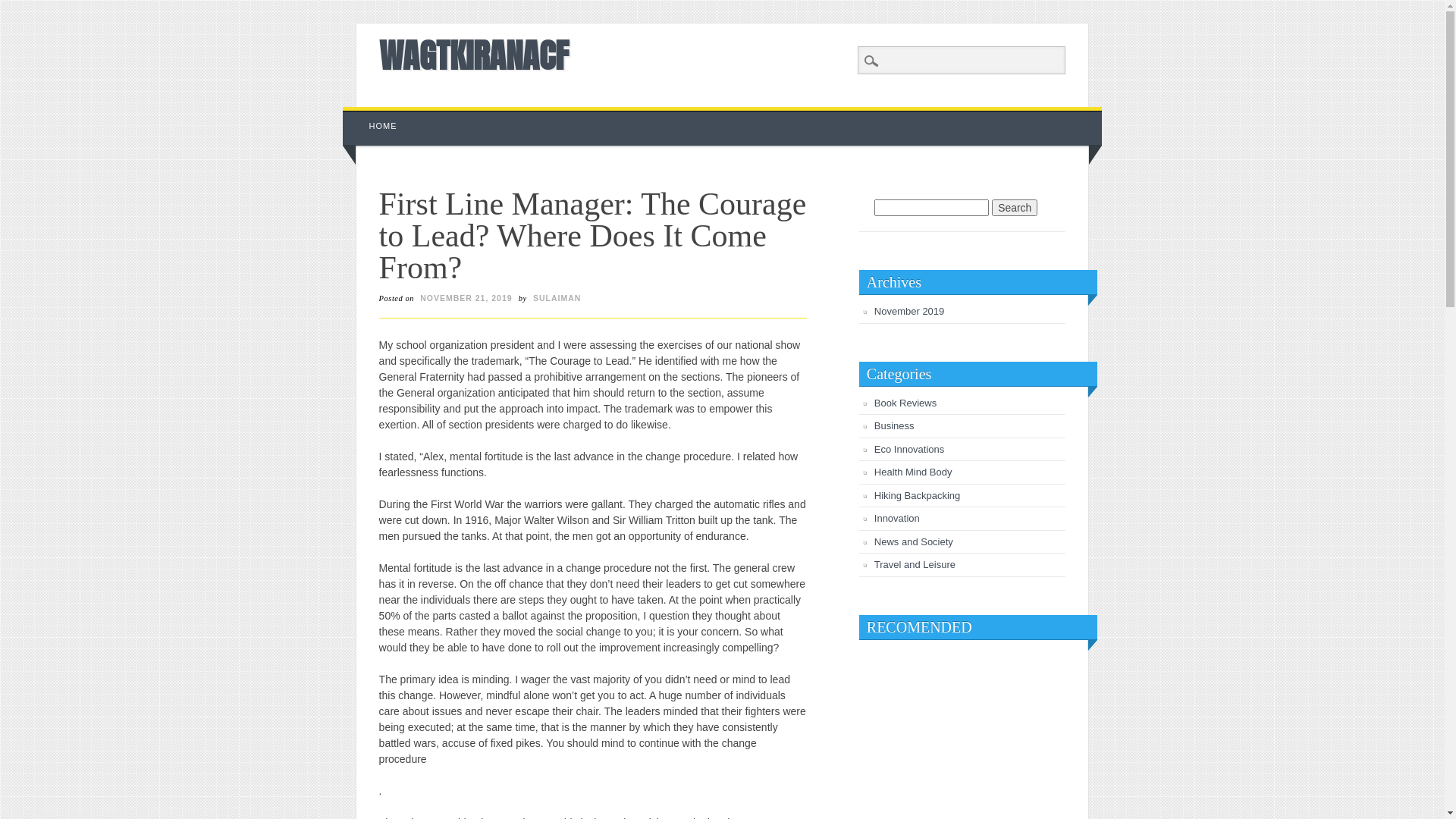 The width and height of the screenshot is (1456, 819). What do you see at coordinates (472, 55) in the screenshot?
I see `'WAGTKIRANACF'` at bounding box center [472, 55].